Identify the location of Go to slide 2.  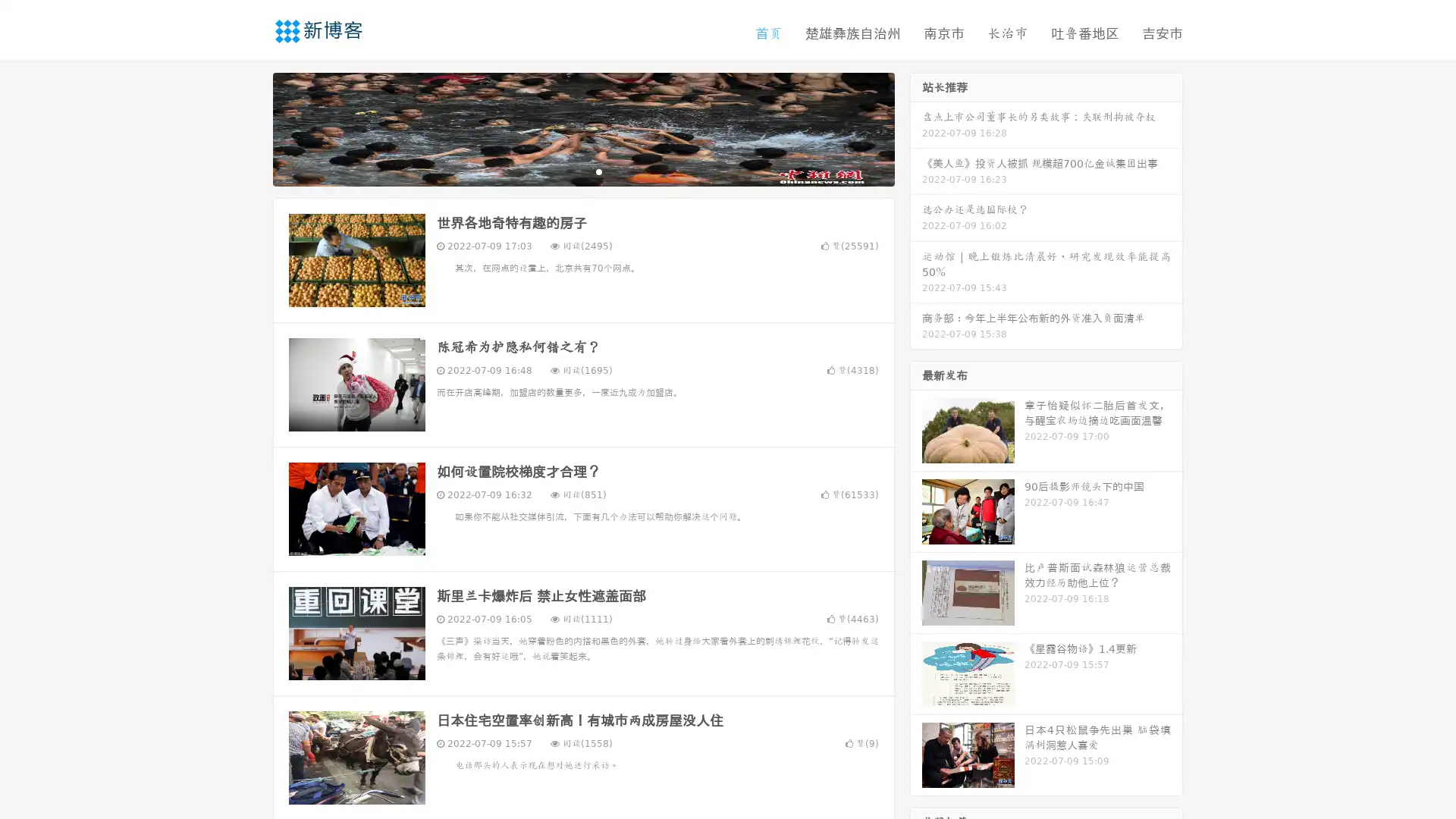
(582, 171).